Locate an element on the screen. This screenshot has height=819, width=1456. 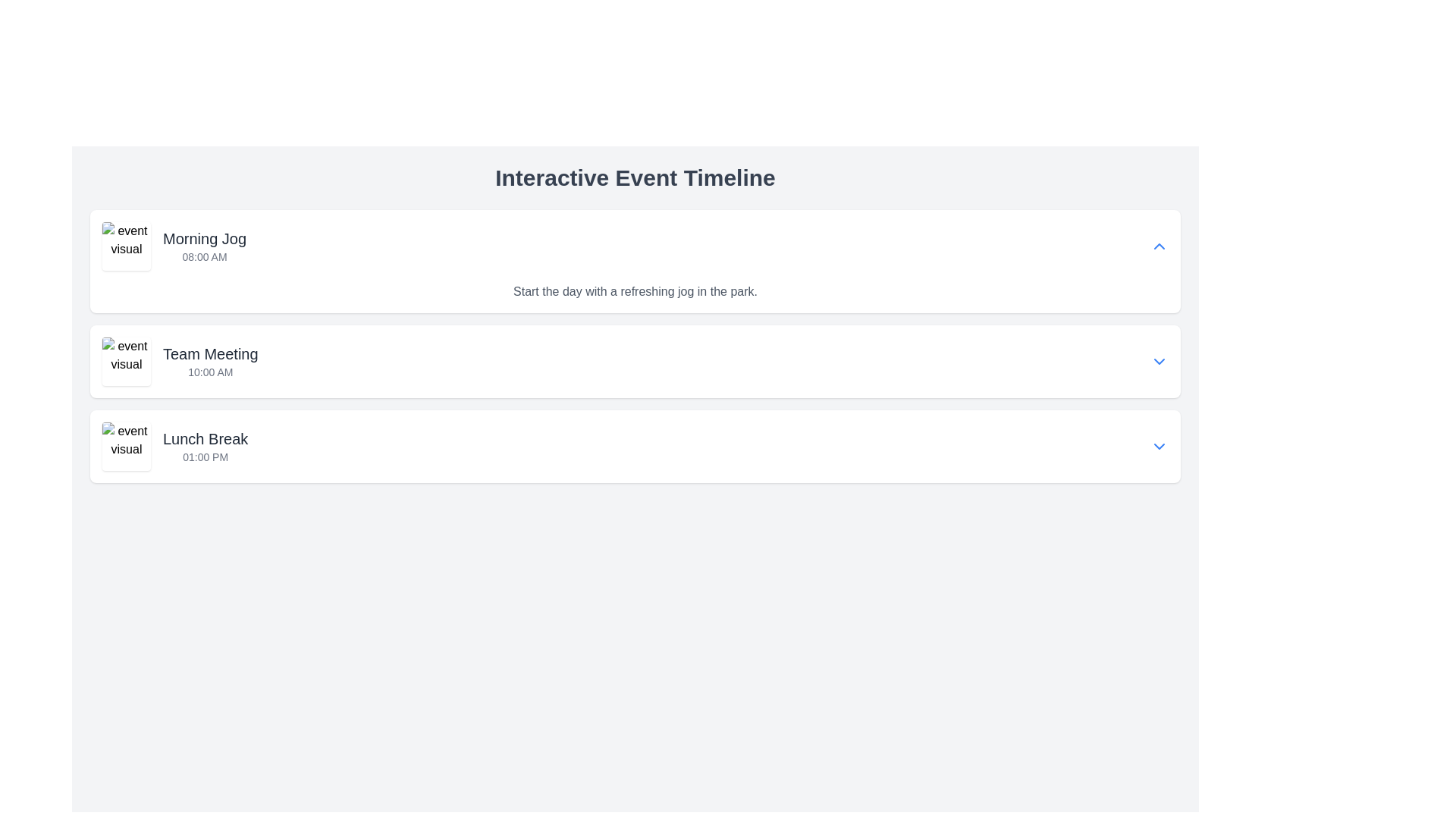
the blue downward-pointing chevron icon adjacent to the 'Lunch Break 01:00 PM' schedule item for tooltip or additional interaction is located at coordinates (1159, 446).